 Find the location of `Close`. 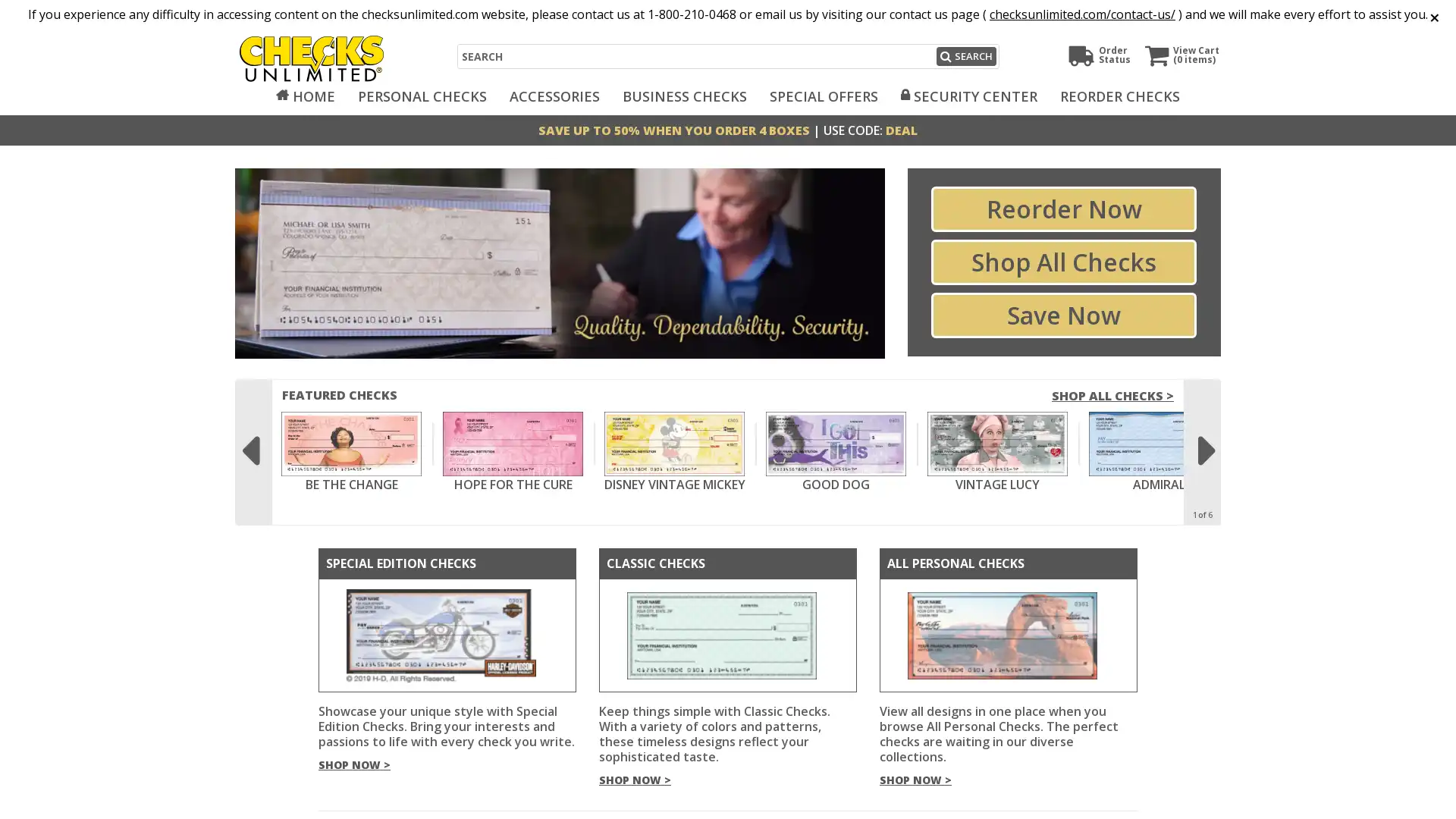

Close is located at coordinates (1429, 14).